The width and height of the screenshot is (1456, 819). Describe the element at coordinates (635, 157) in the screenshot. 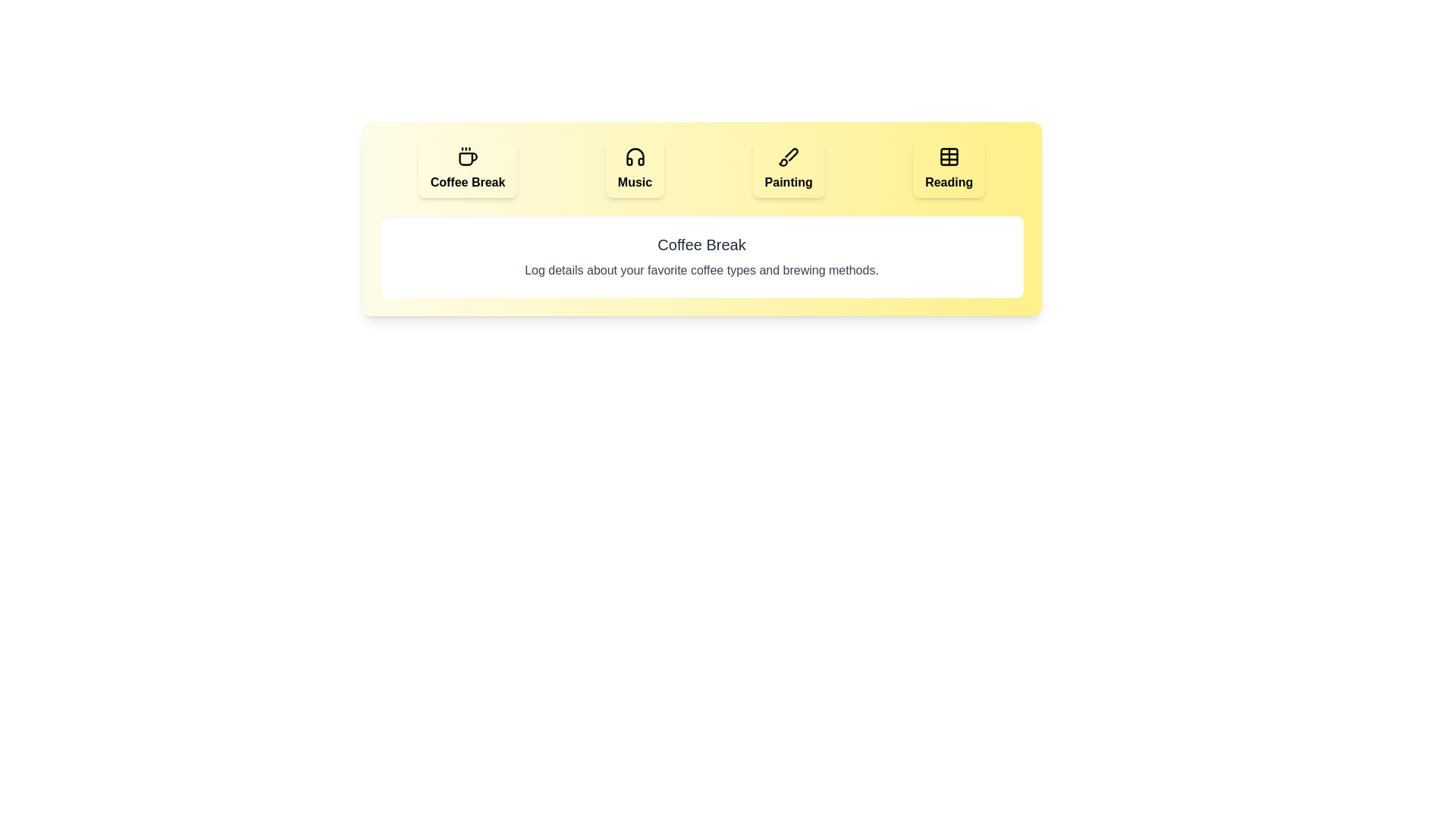

I see `the central curved connection of the headphone icon representing the 'Music' activity, which is the second icon from the left in a horizontal row against a yellow background` at that location.